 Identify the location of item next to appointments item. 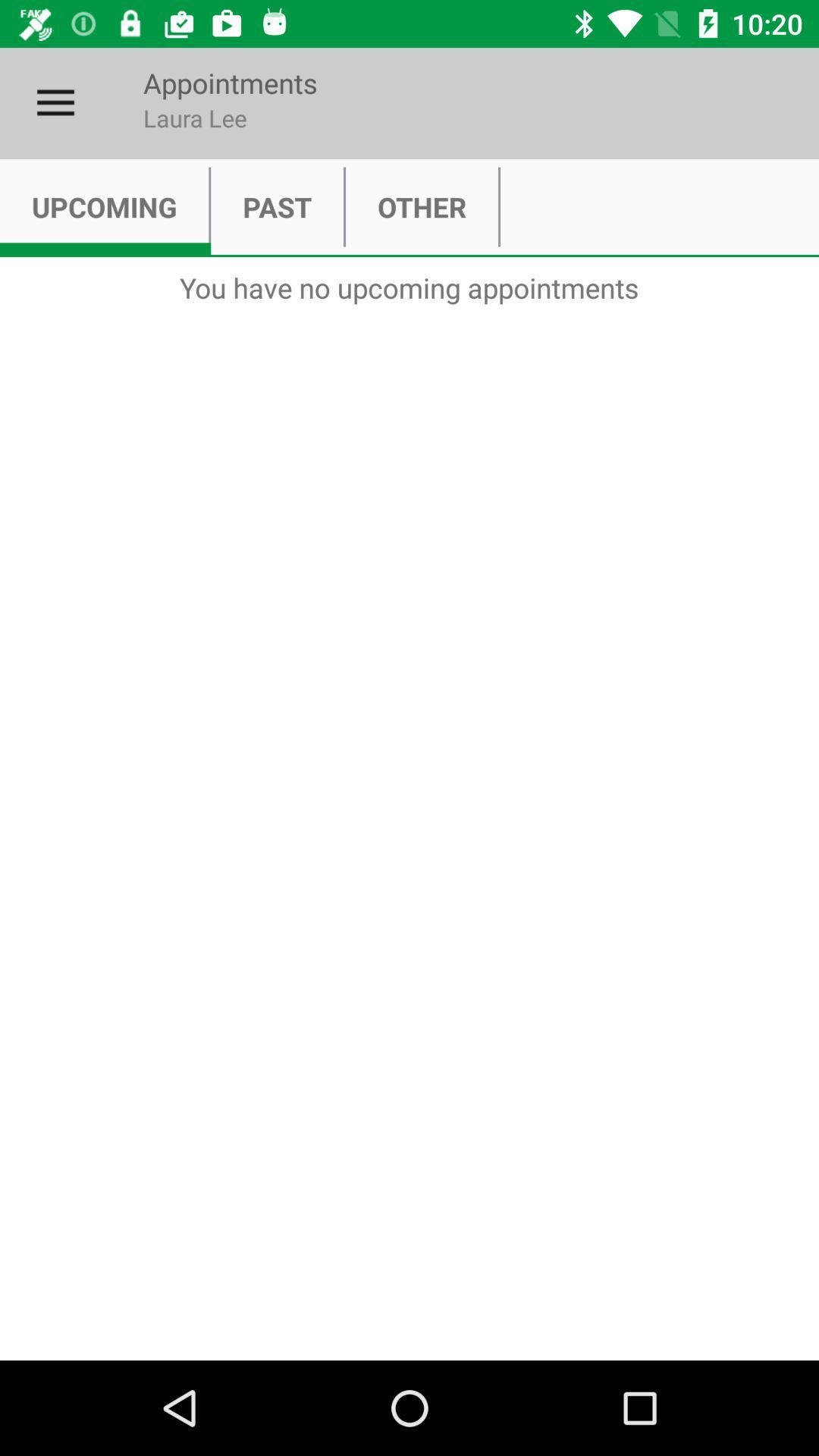
(55, 102).